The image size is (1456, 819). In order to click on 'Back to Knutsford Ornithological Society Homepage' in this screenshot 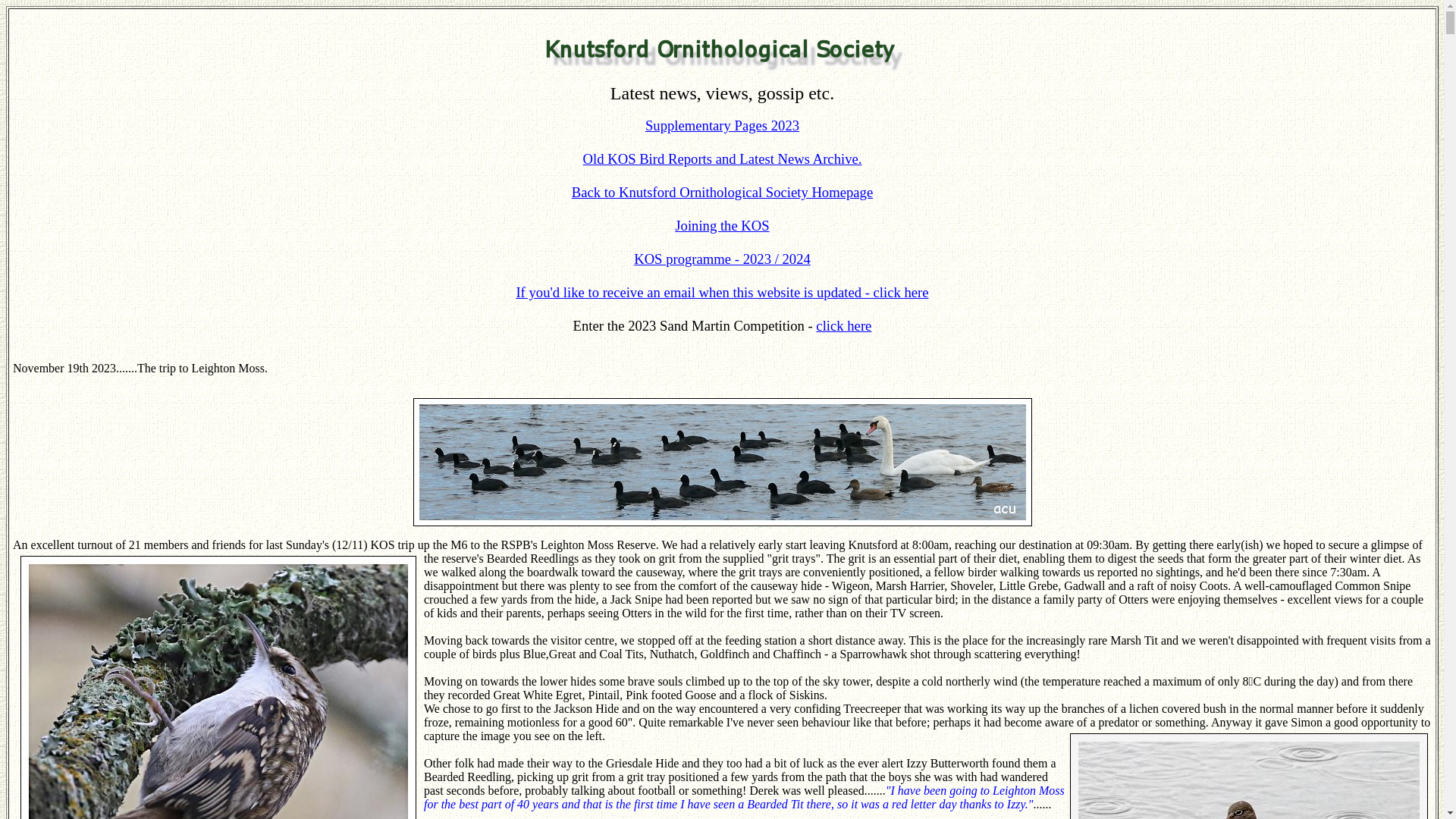, I will do `click(721, 191)`.